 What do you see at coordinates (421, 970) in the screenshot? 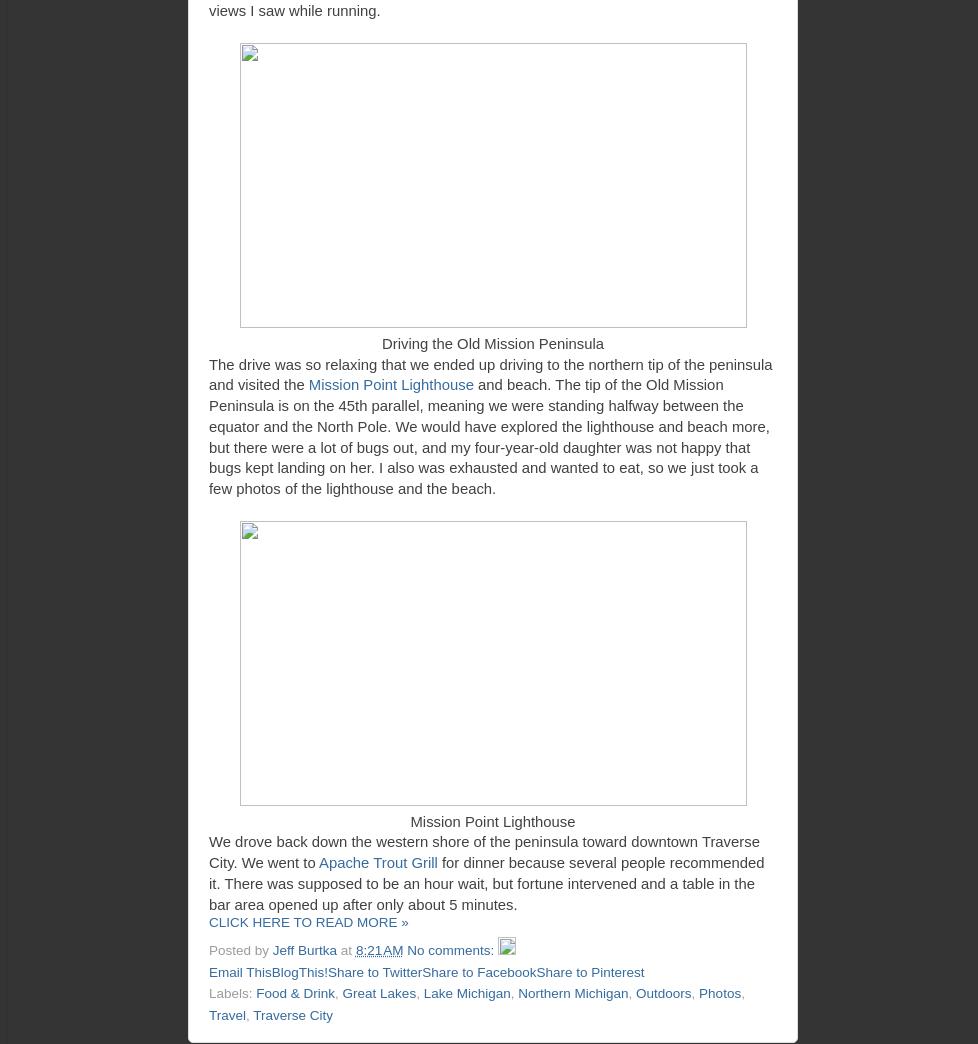
I see `'Share to Facebook'` at bounding box center [421, 970].